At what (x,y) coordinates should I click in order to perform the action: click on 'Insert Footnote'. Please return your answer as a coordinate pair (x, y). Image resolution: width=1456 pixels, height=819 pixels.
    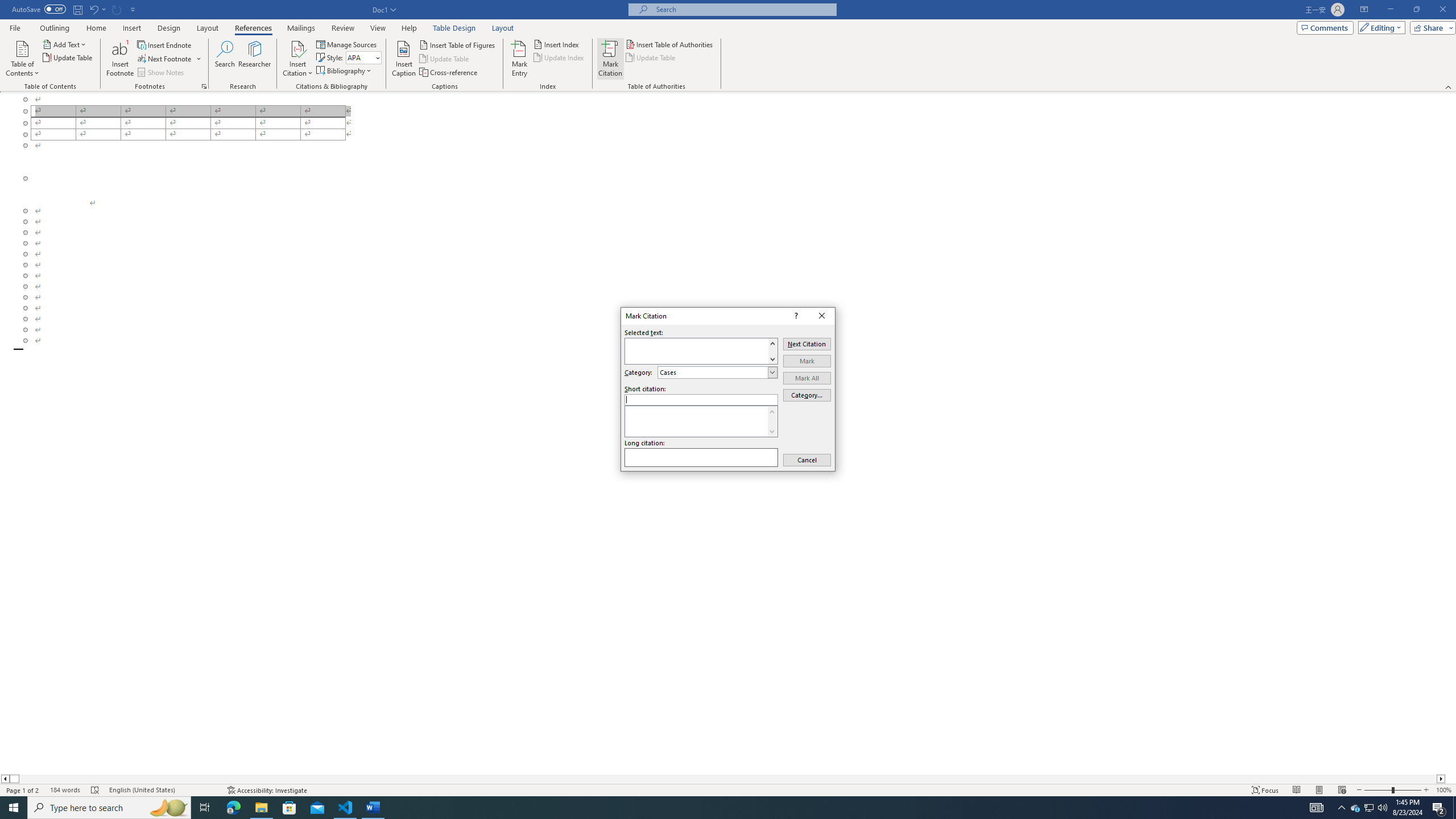
    Looking at the image, I should click on (120, 59).